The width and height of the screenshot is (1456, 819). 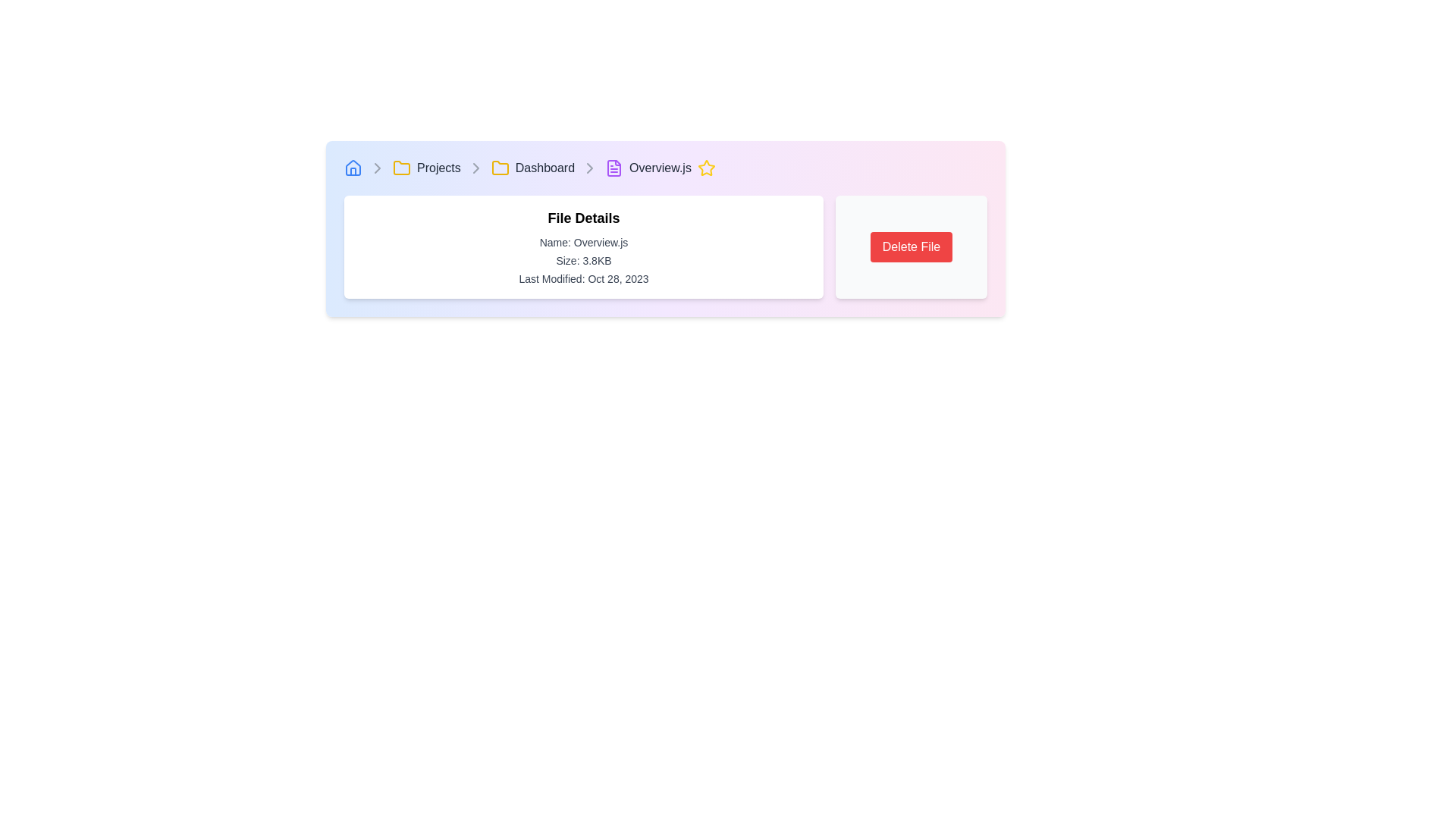 I want to click on the document icon with a purple outline and white background located in the breadcrumb section of the navigation bar, so click(x=614, y=168).